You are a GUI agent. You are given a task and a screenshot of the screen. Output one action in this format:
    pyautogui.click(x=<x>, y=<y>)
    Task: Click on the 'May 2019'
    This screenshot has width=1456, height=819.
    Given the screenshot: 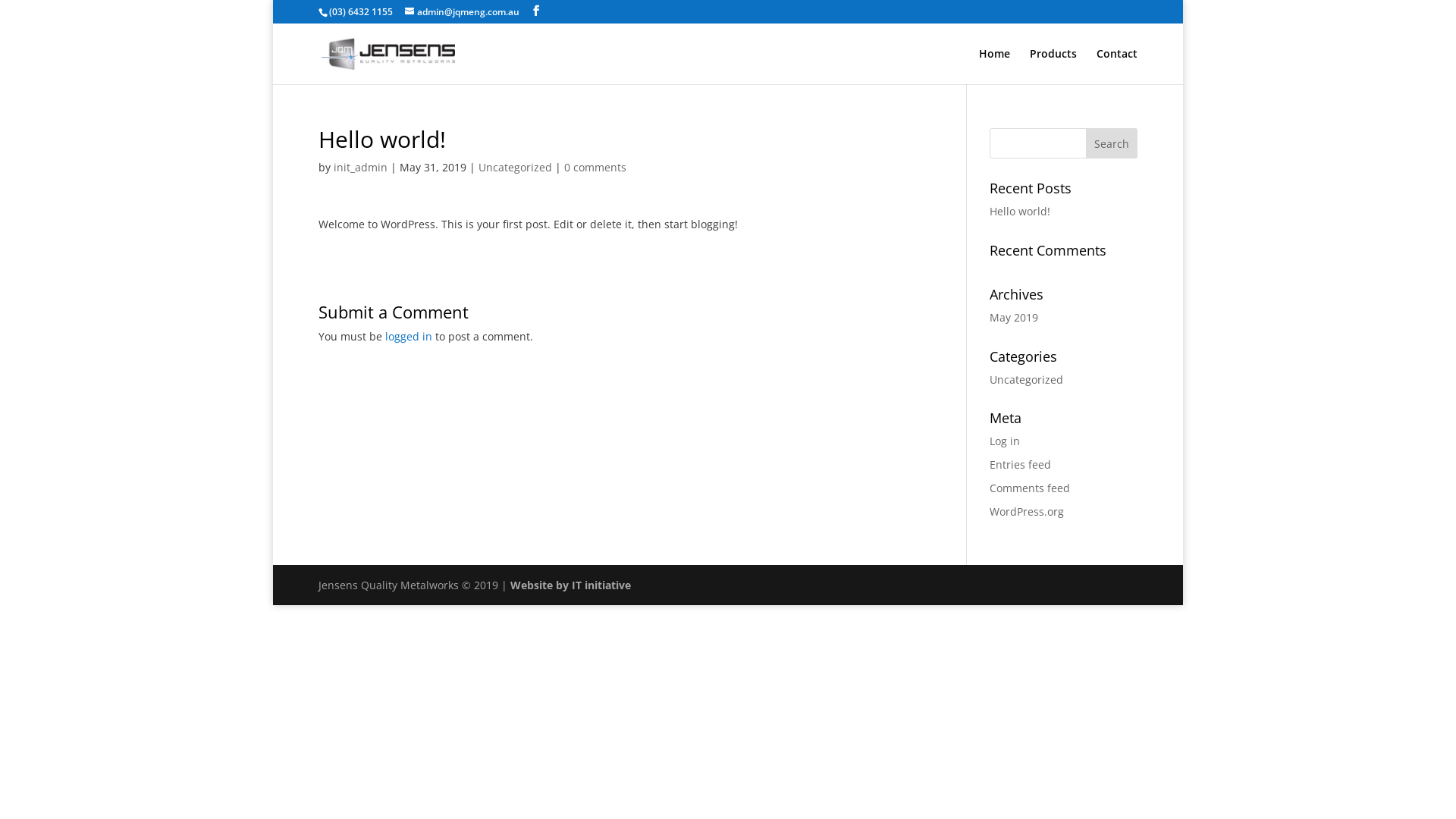 What is the action you would take?
    pyautogui.click(x=1014, y=316)
    